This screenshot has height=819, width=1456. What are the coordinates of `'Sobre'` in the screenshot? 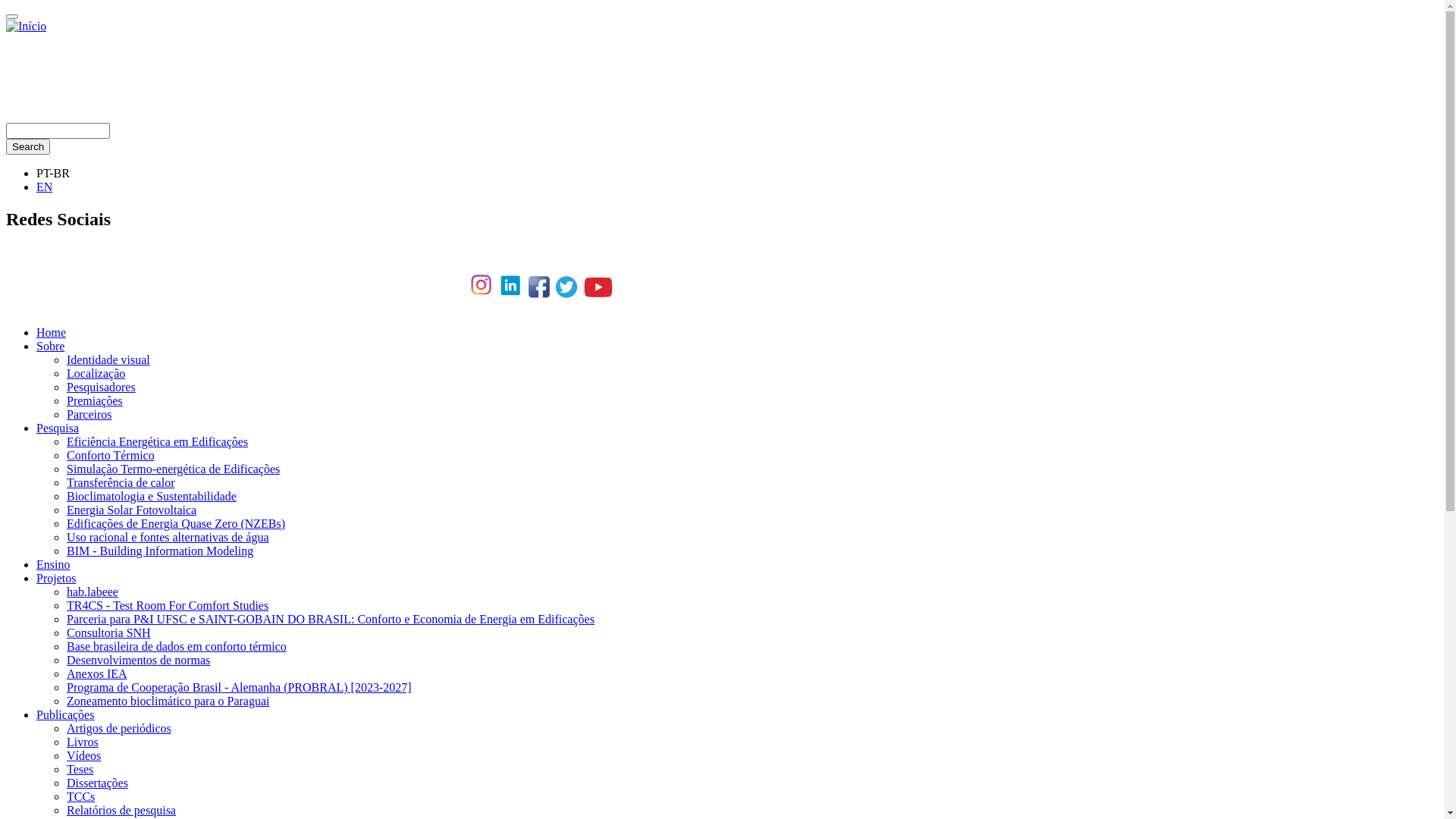 It's located at (36, 346).